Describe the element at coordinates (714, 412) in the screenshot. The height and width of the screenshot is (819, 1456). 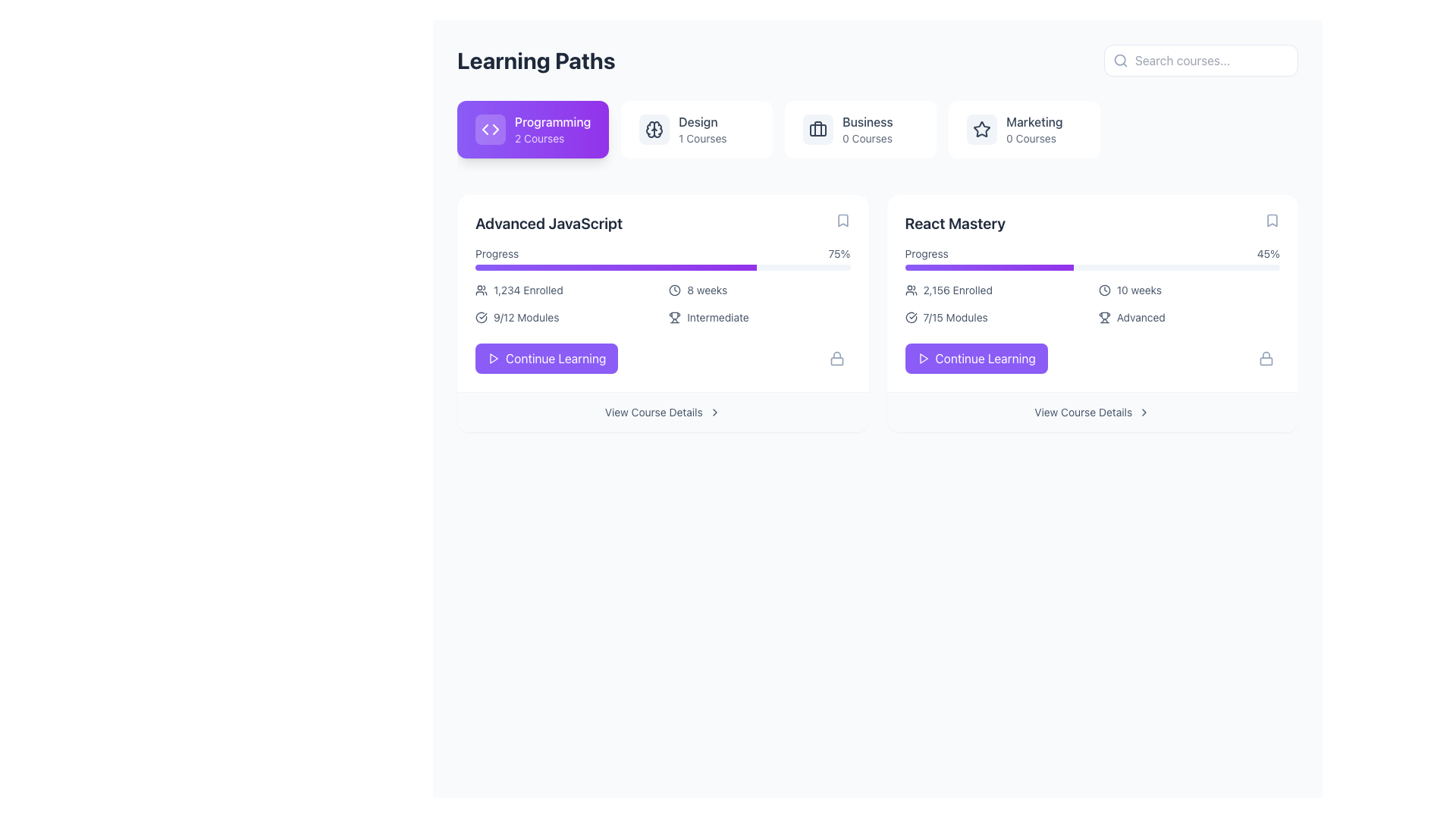
I see `the clickable icon located to the right of the 'View Course Details' text in the second column of the listing layout, near the bottom of the 'Advanced JavaScript' box` at that location.